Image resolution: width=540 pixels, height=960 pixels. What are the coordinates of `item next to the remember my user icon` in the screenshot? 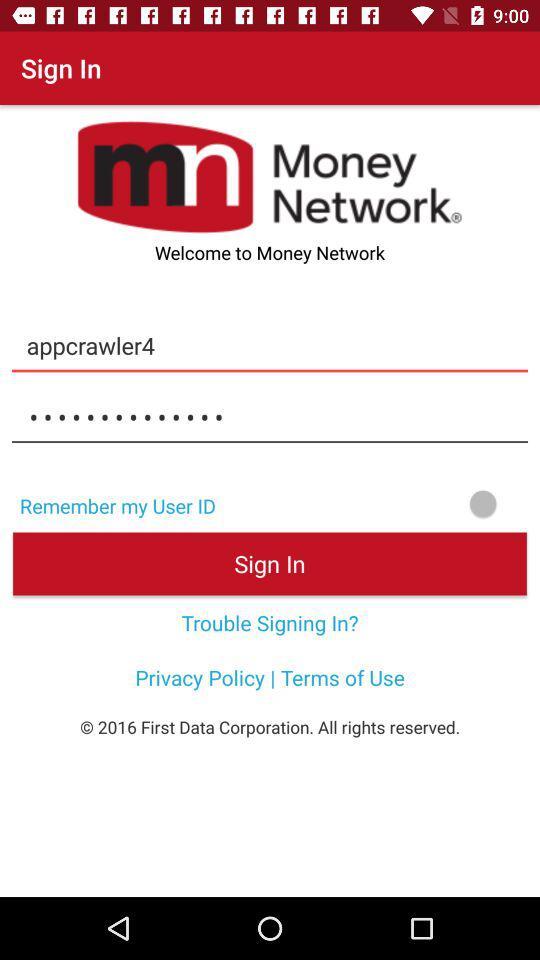 It's located at (384, 502).